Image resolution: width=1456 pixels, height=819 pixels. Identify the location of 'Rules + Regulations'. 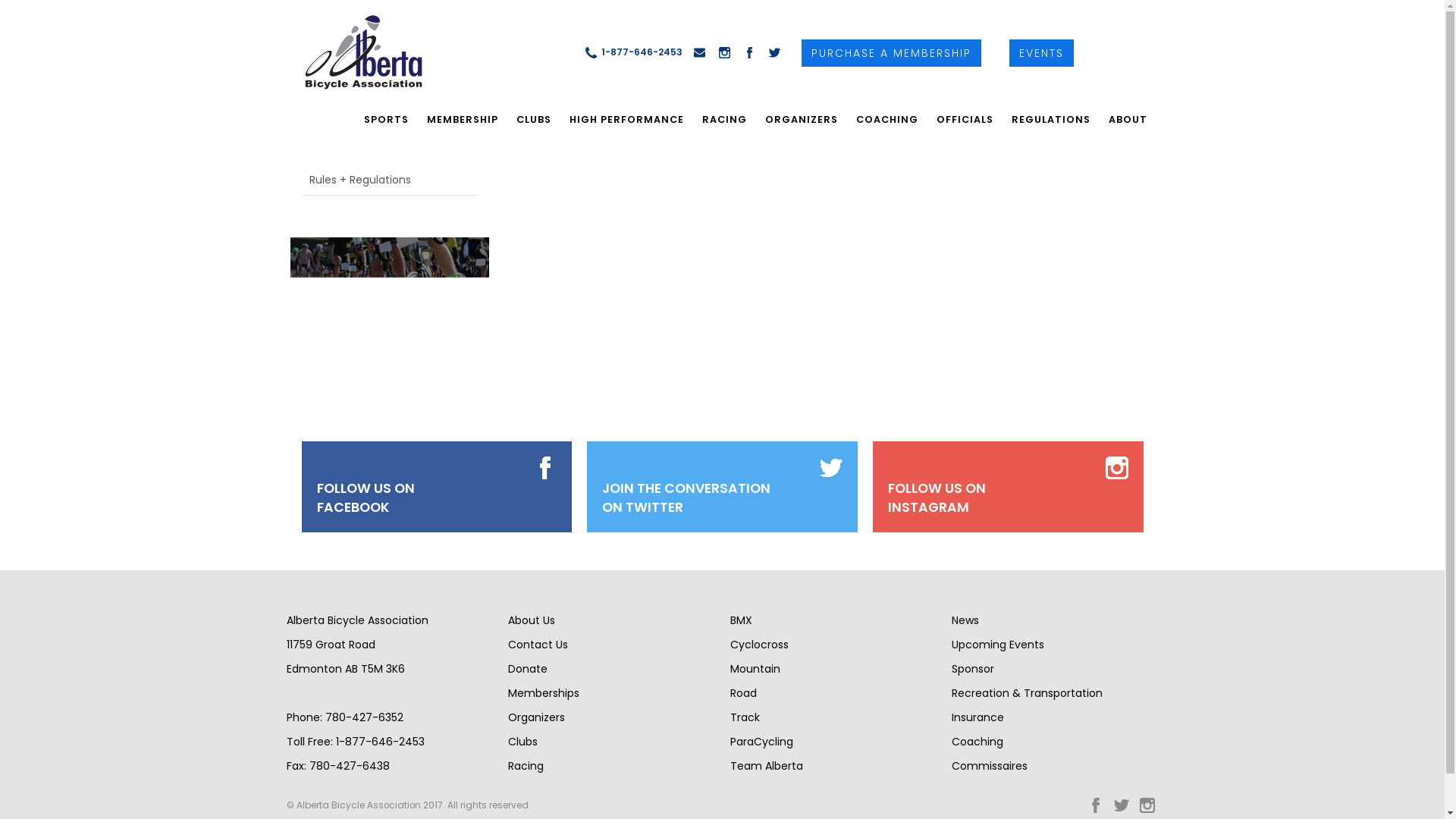
(390, 178).